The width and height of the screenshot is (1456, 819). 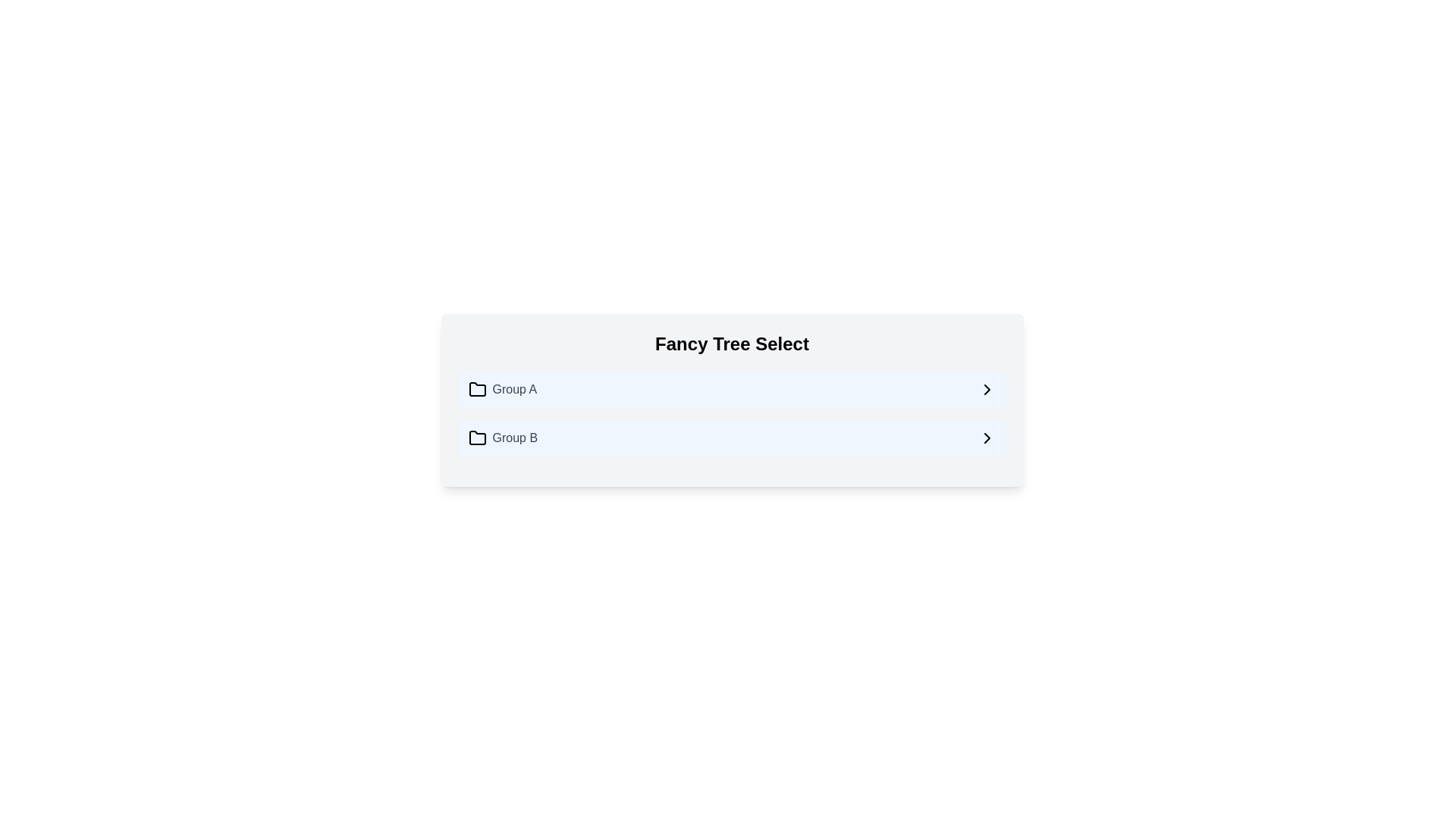 I want to click on the folder icon representing 'Group B', which is located to the left of the text 'Group B' in the second list item, so click(x=476, y=438).